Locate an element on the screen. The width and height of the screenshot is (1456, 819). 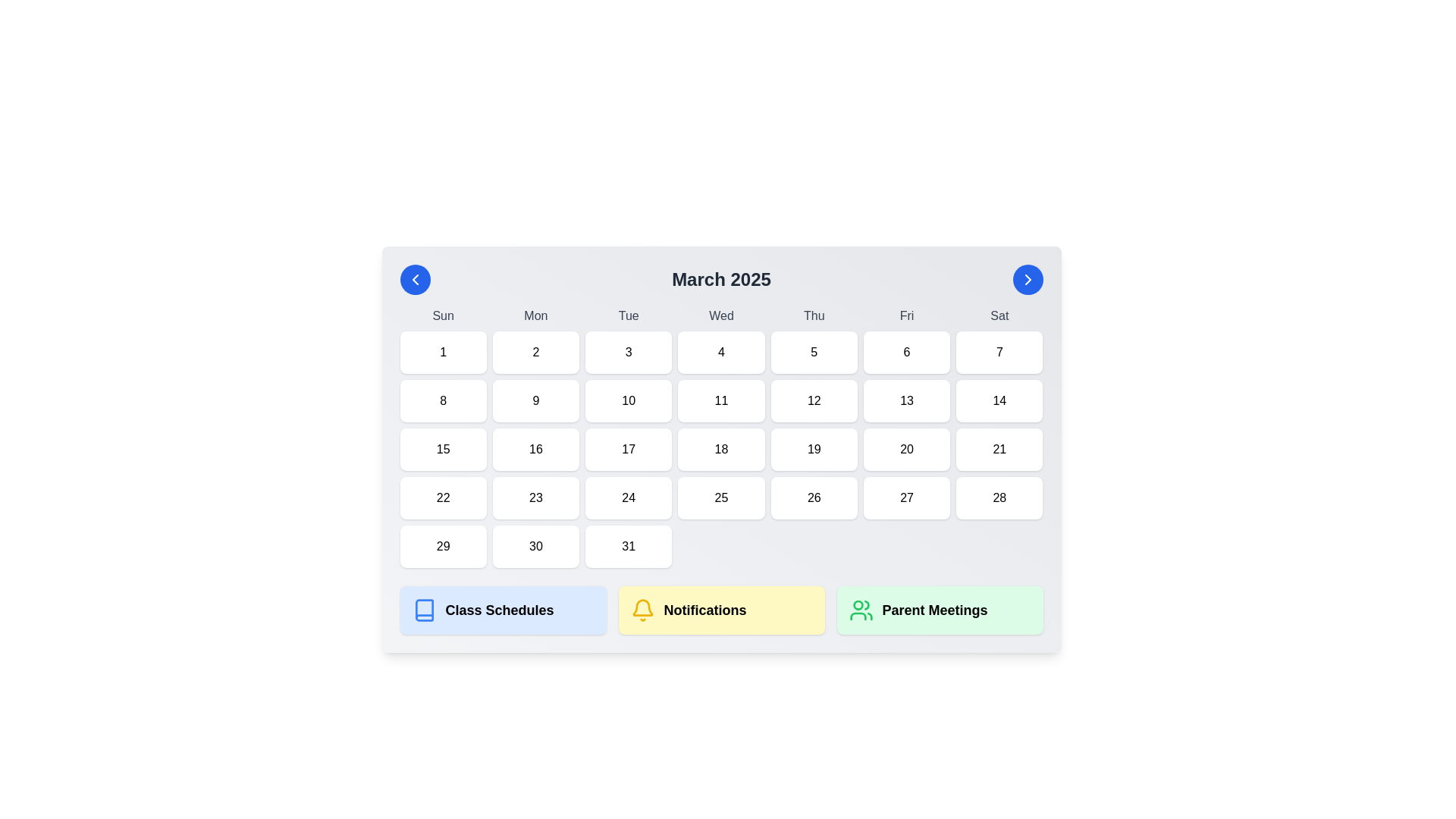
the Static UI card for notifications, located in the middle of three horizontally aligned tiles at the bottom of the calendar interface is located at coordinates (720, 610).